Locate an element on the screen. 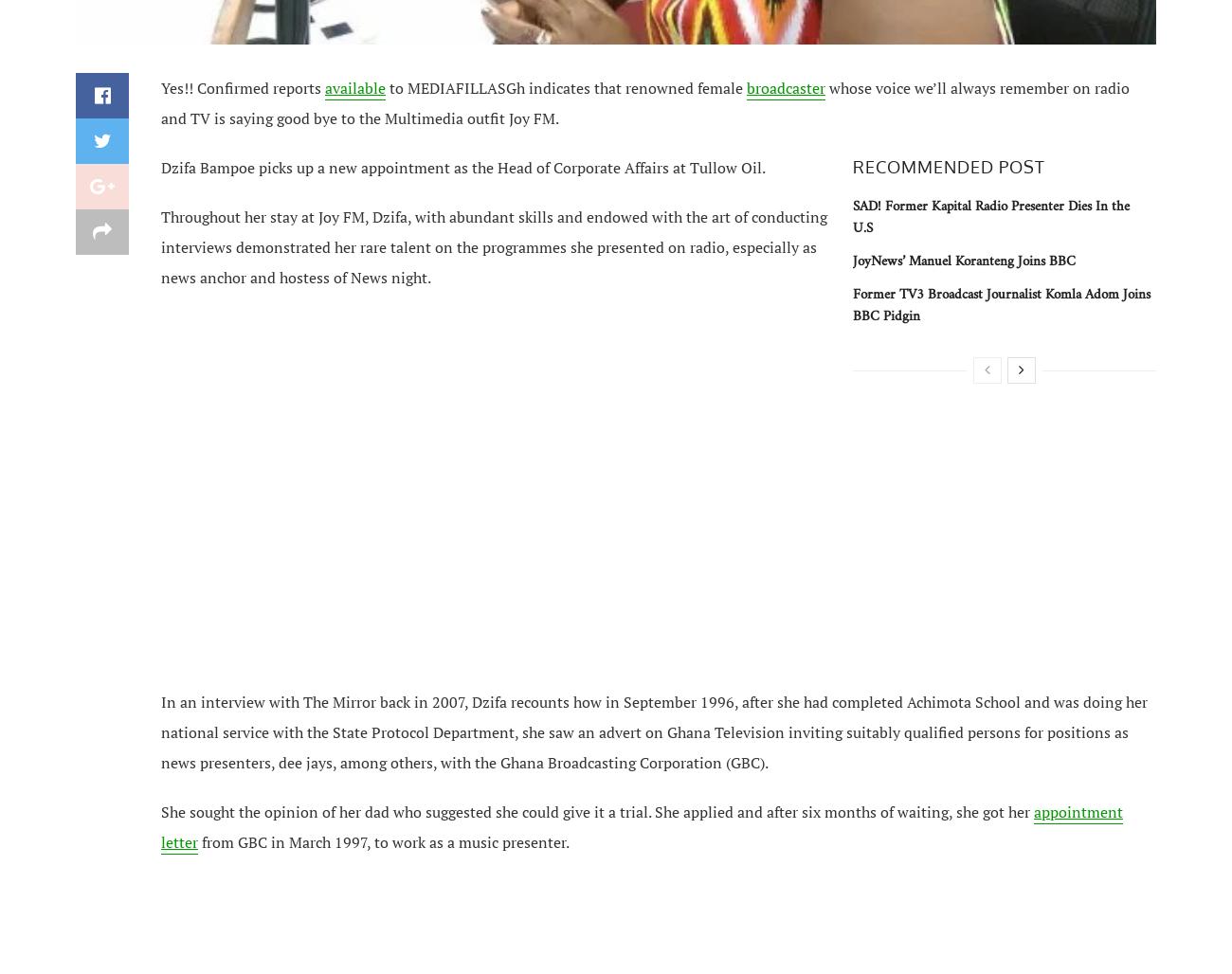  'from GBC in March 1997, to work as a music presenter.' is located at coordinates (383, 839).